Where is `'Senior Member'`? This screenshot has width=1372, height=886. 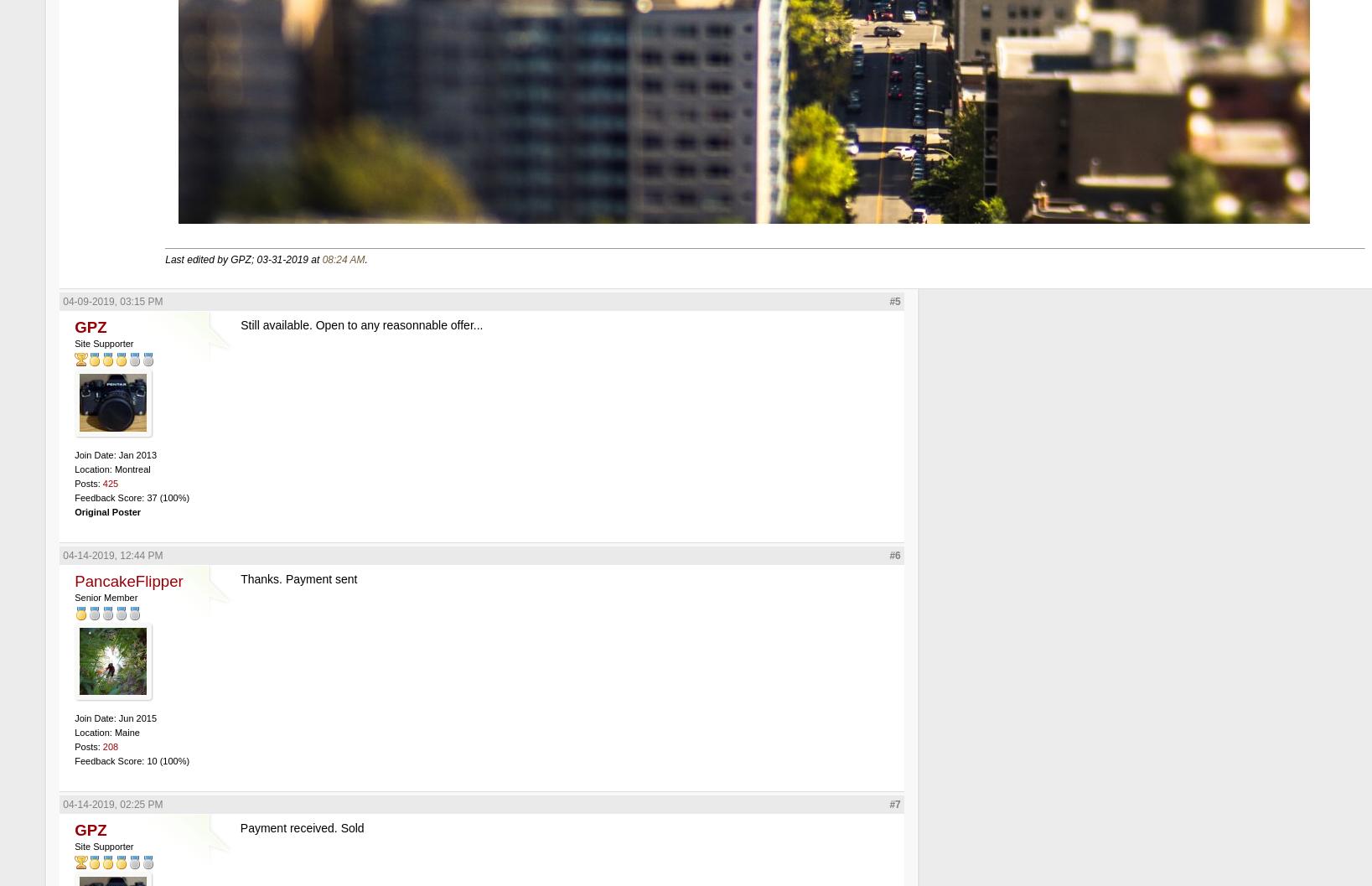 'Senior Member' is located at coordinates (75, 595).